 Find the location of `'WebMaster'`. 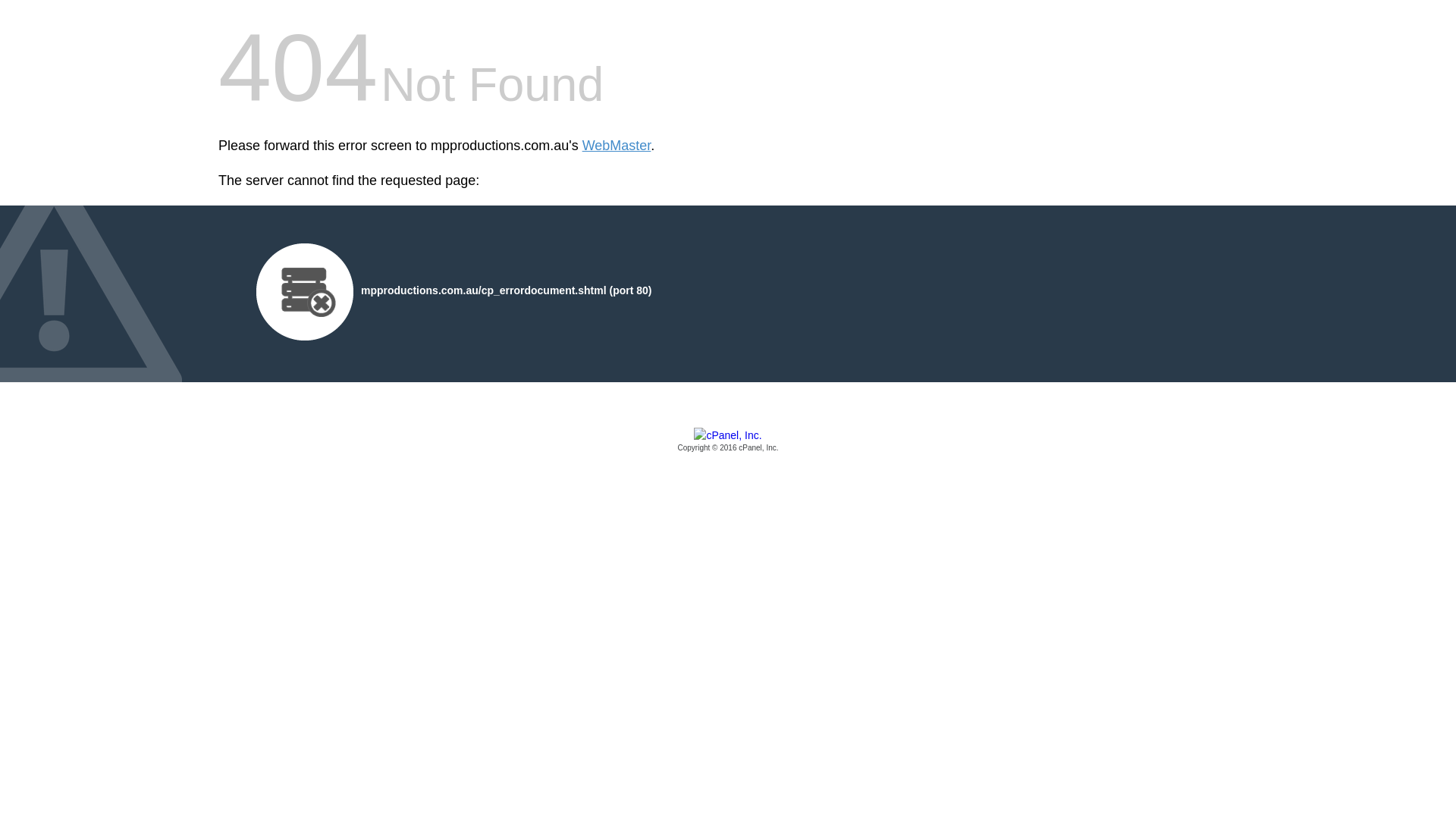

'WebMaster' is located at coordinates (617, 146).